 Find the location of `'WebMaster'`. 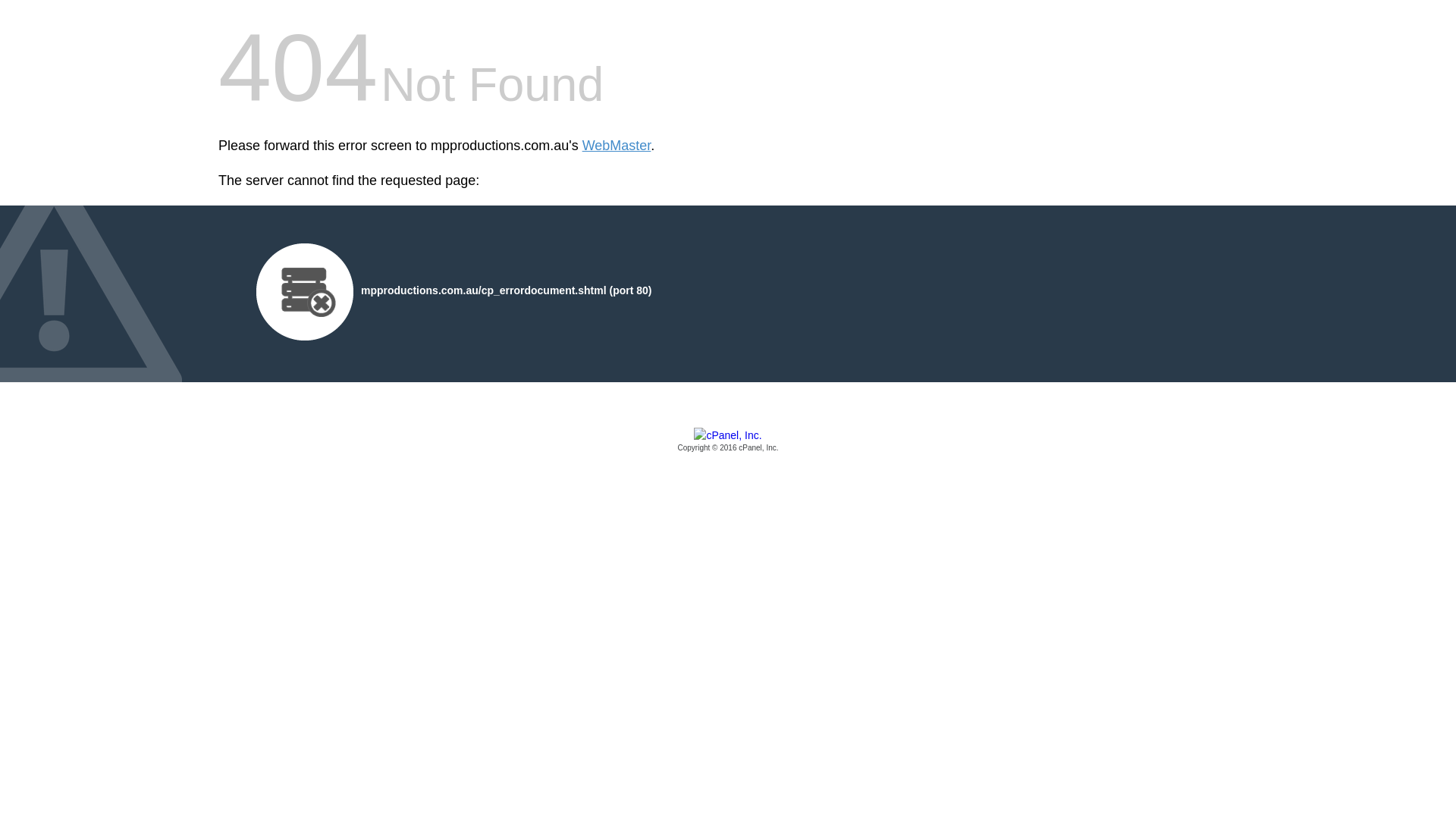

'WebMaster' is located at coordinates (617, 146).